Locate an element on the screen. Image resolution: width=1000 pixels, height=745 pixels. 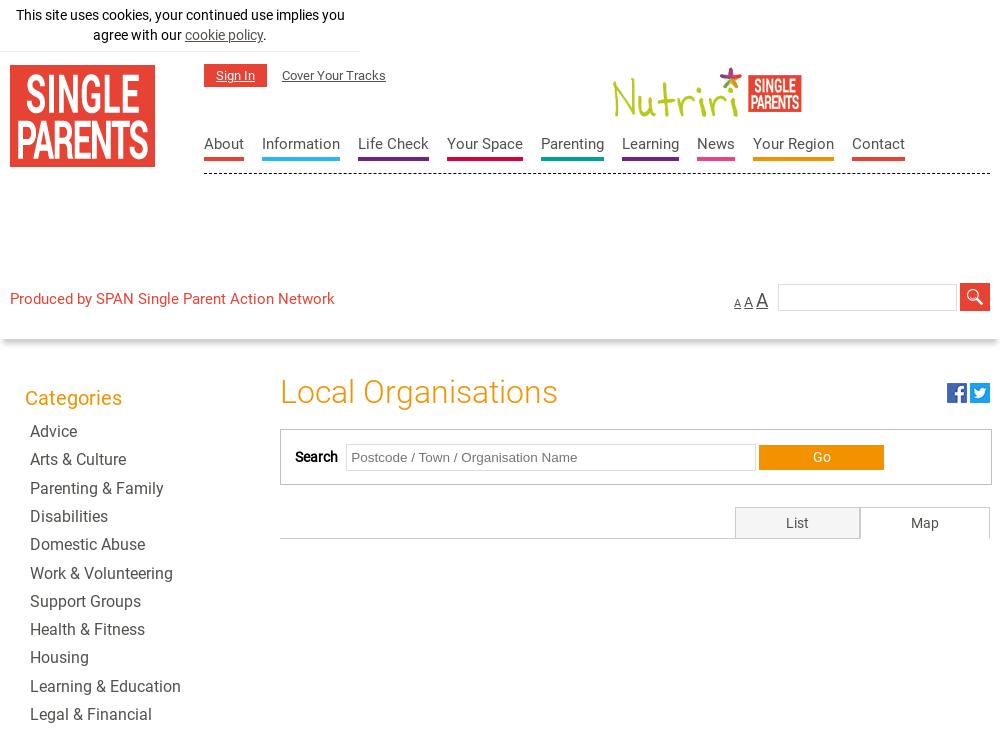
'Life Check' is located at coordinates (393, 144).